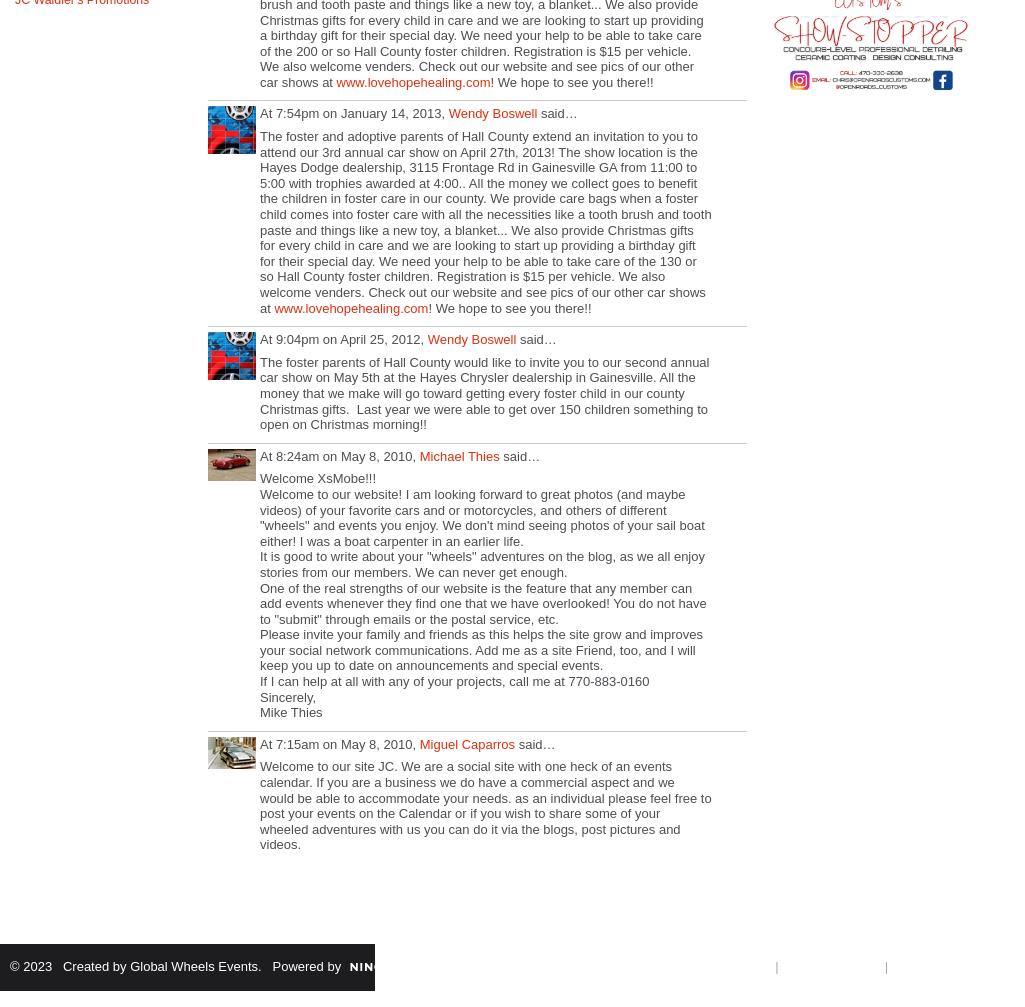  Describe the element at coordinates (353, 113) in the screenshot. I see `'At 7:54pm on January 14, 2013,'` at that location.